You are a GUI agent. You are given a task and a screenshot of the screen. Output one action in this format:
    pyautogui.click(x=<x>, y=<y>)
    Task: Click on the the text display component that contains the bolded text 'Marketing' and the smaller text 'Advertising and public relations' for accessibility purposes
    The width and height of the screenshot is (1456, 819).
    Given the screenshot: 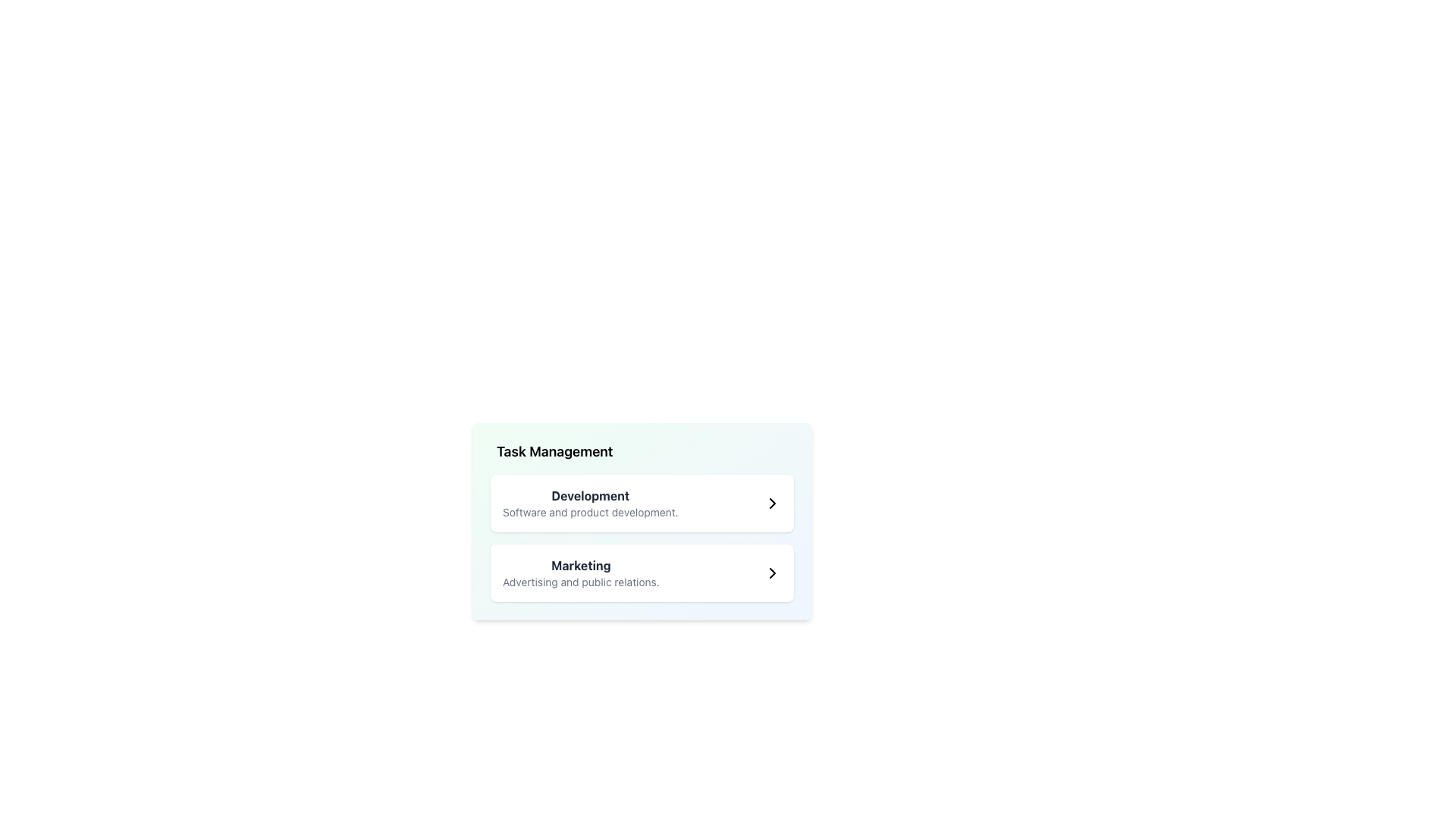 What is the action you would take?
    pyautogui.click(x=580, y=573)
    